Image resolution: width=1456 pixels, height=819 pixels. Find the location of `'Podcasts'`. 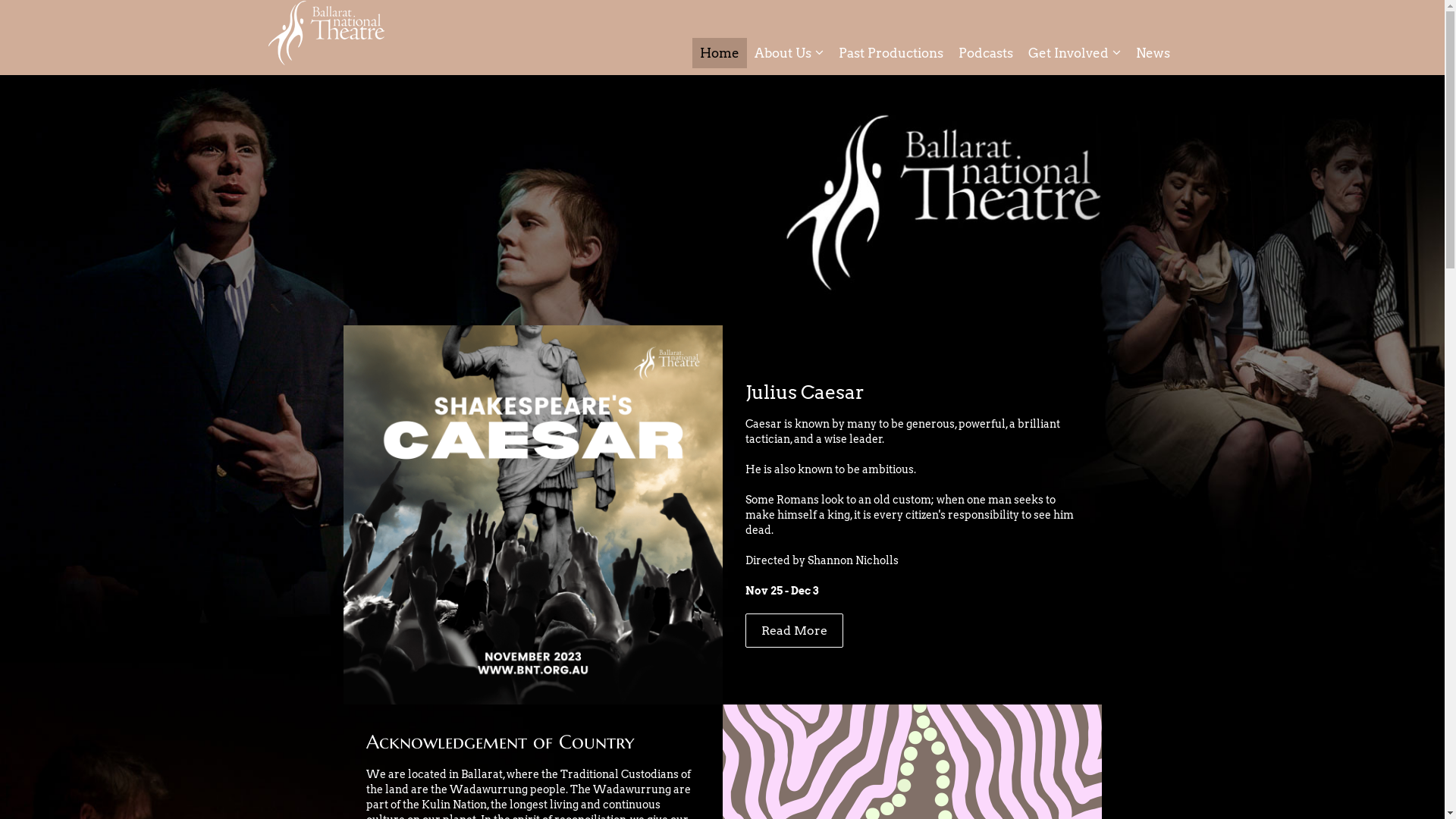

'Podcasts' is located at coordinates (986, 52).